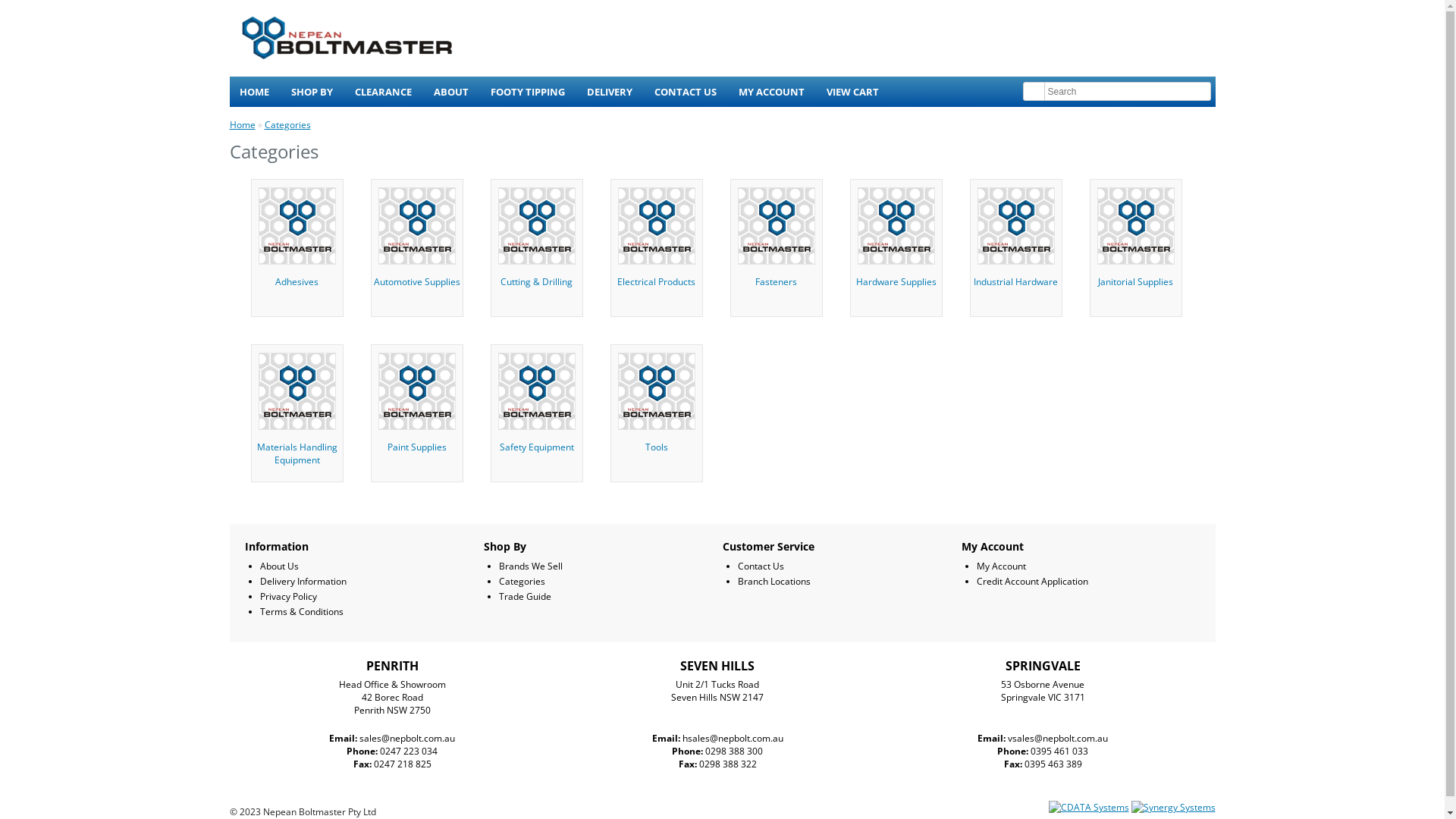  Describe the element at coordinates (684, 91) in the screenshot. I see `'CONTACT US'` at that location.